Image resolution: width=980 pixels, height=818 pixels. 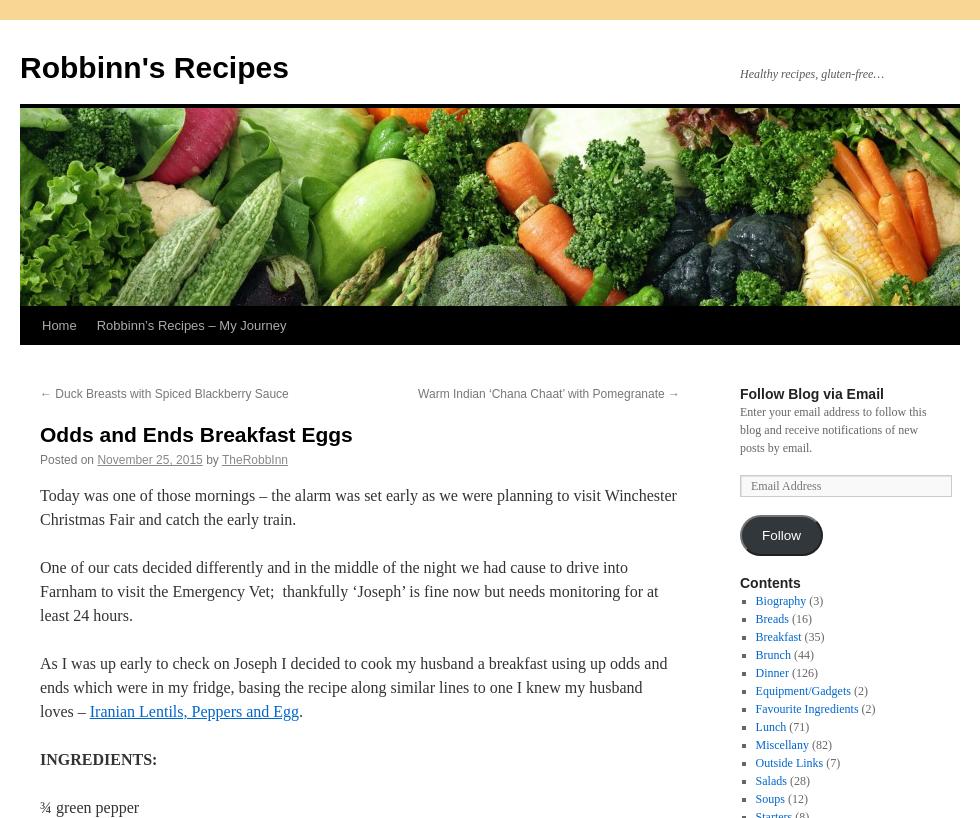 I want to click on '(71)', so click(x=797, y=726).